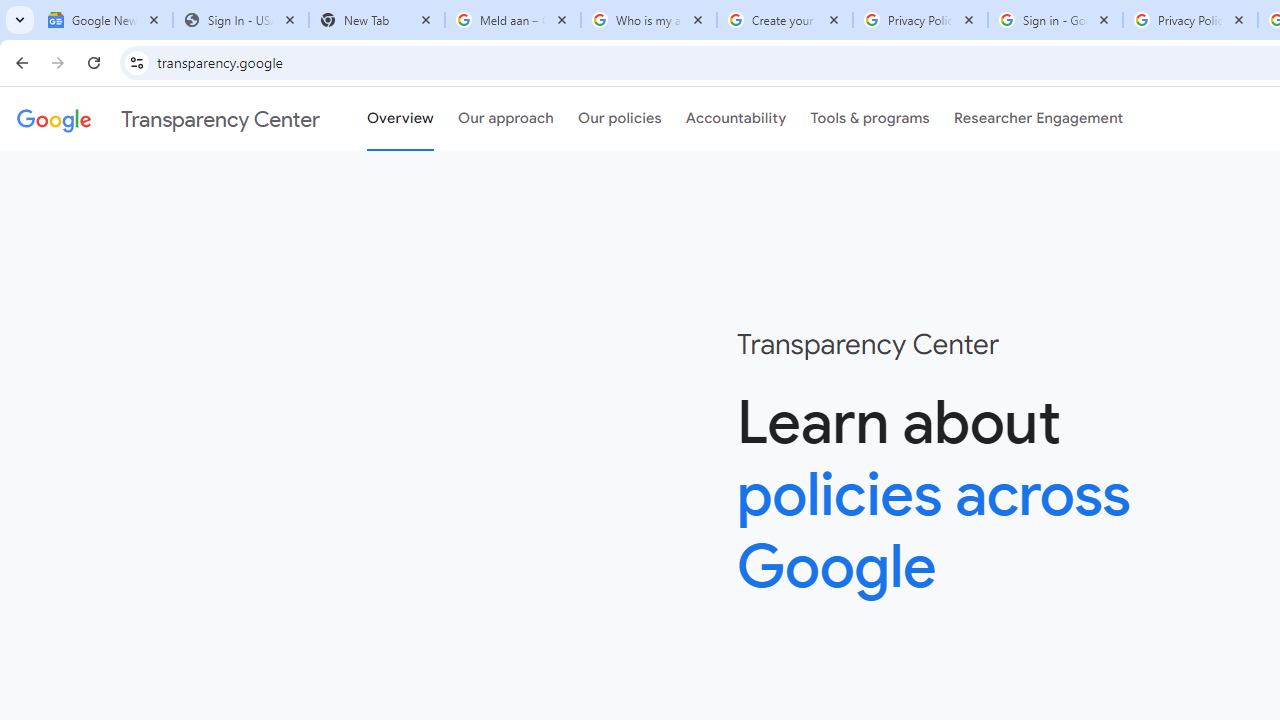  I want to click on 'Accountability', so click(735, 119).